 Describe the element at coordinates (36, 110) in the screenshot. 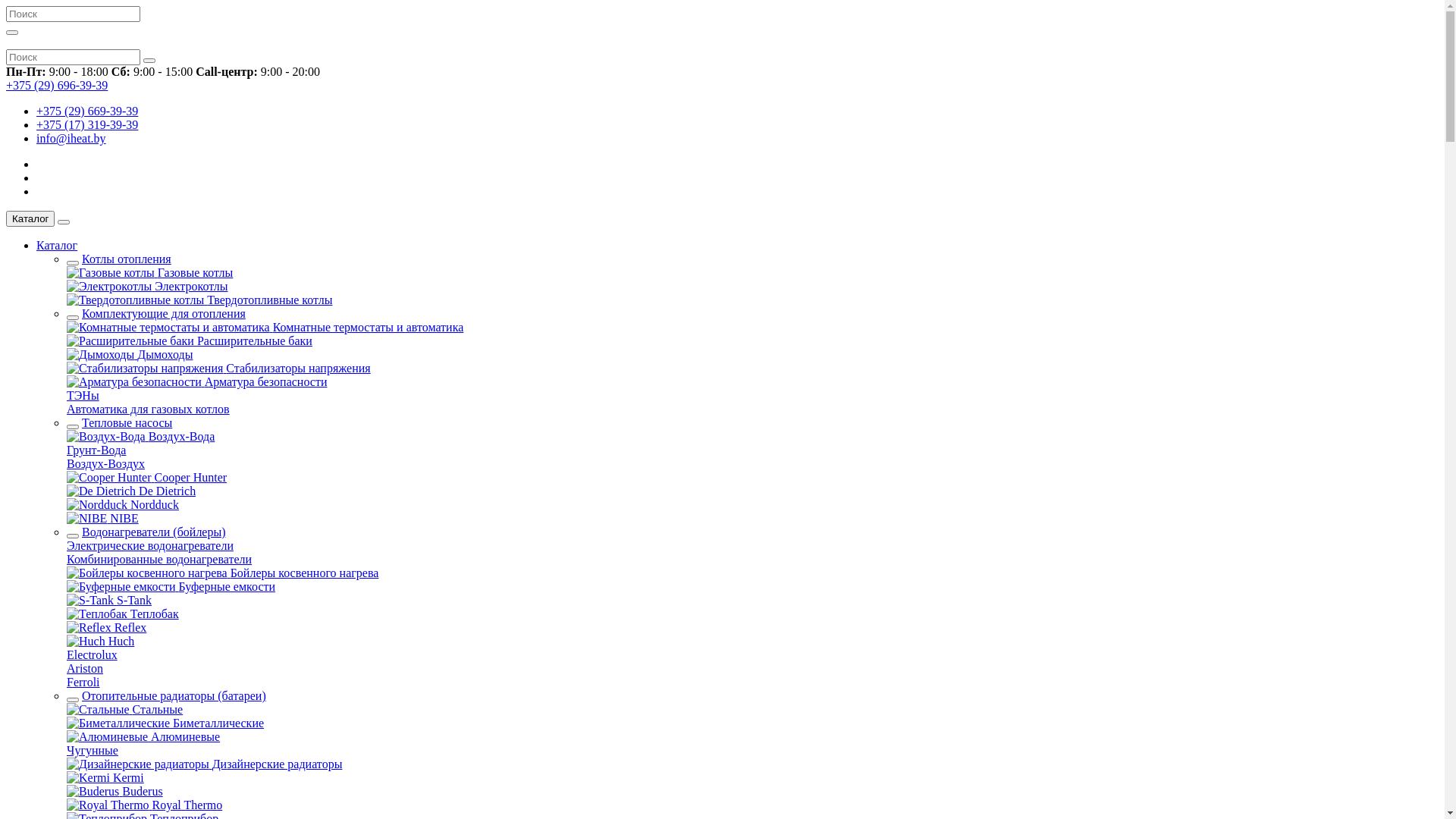

I see `'+375 (29) 669-39-39'` at that location.